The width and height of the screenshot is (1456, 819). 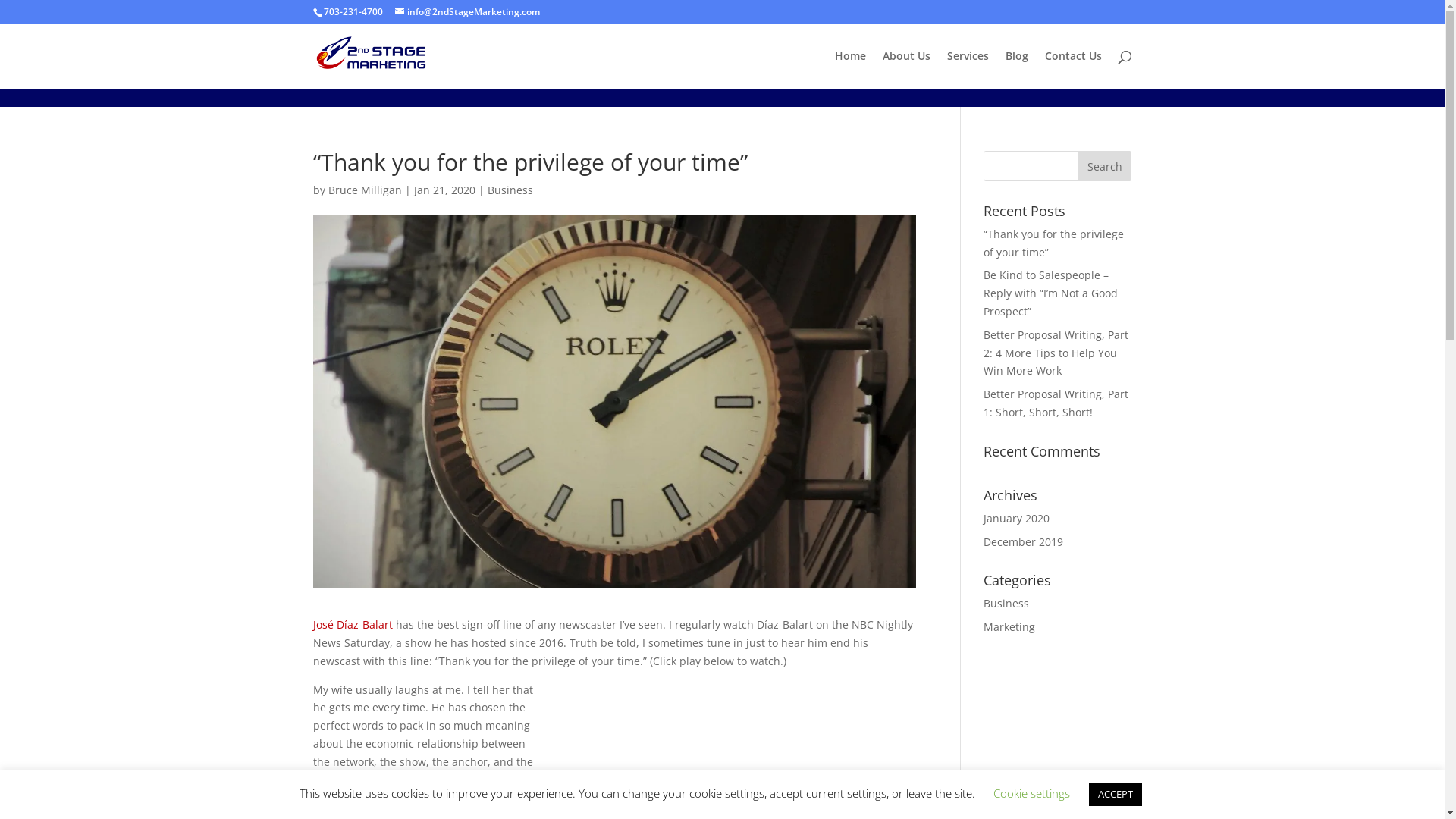 I want to click on 'Bruce Milligan', so click(x=327, y=189).